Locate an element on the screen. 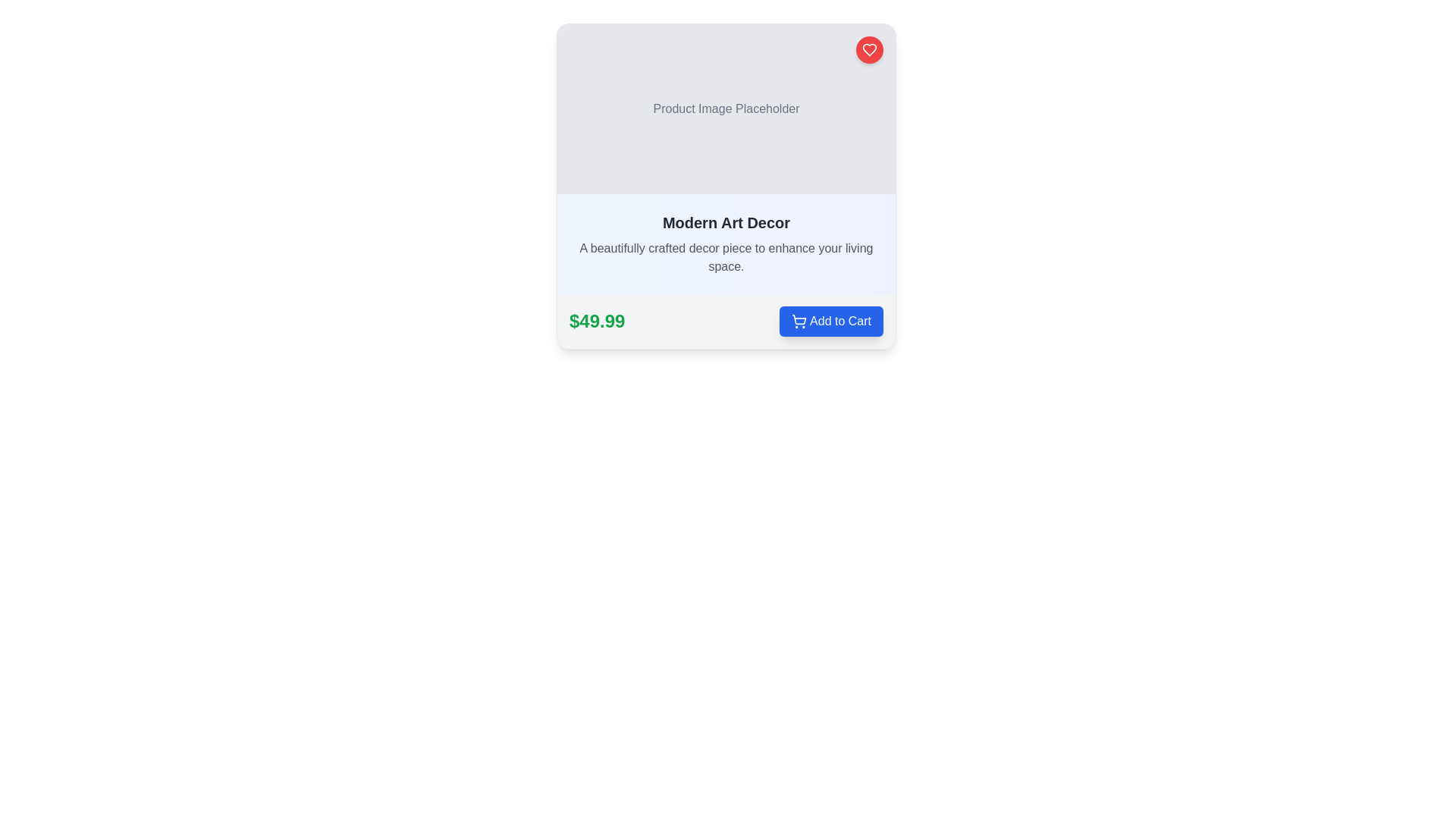 This screenshot has height=819, width=1456. the price display text located on the left side of the blue 'Add to Cart' button at the bottom of the product information card is located at coordinates (596, 321).